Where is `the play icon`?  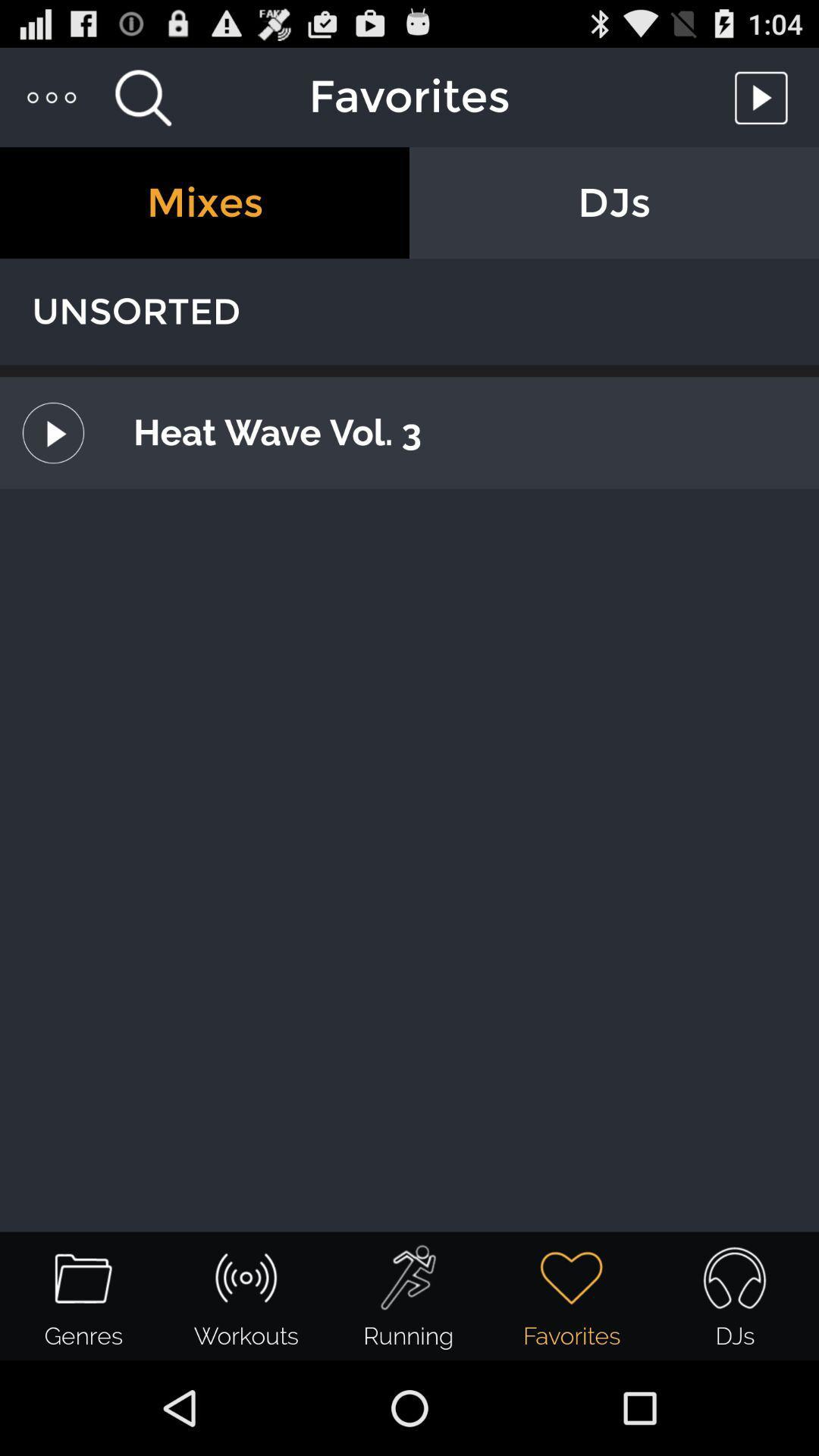 the play icon is located at coordinates (765, 103).